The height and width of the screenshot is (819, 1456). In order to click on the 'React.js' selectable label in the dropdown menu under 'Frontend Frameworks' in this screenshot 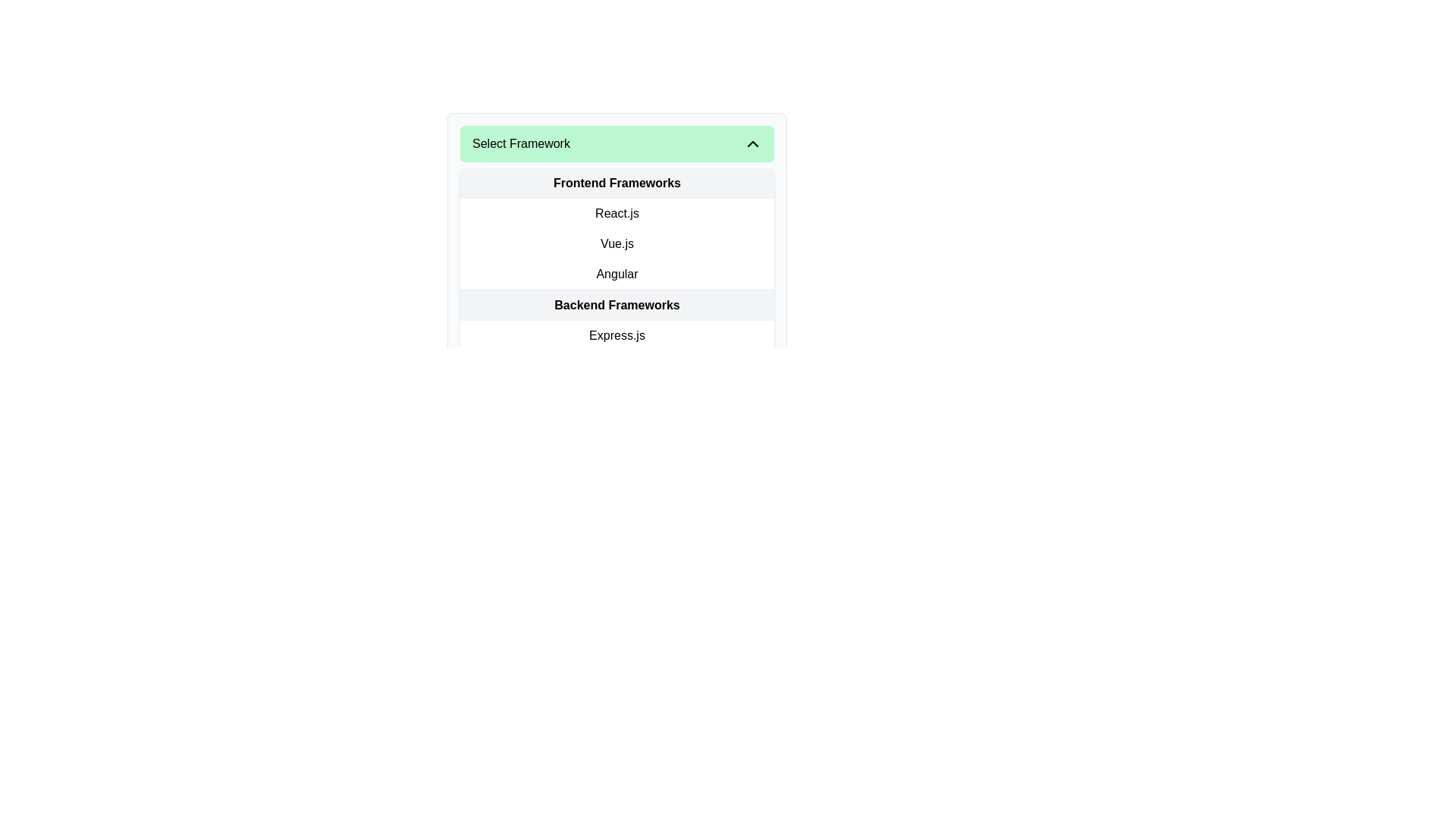, I will do `click(617, 213)`.